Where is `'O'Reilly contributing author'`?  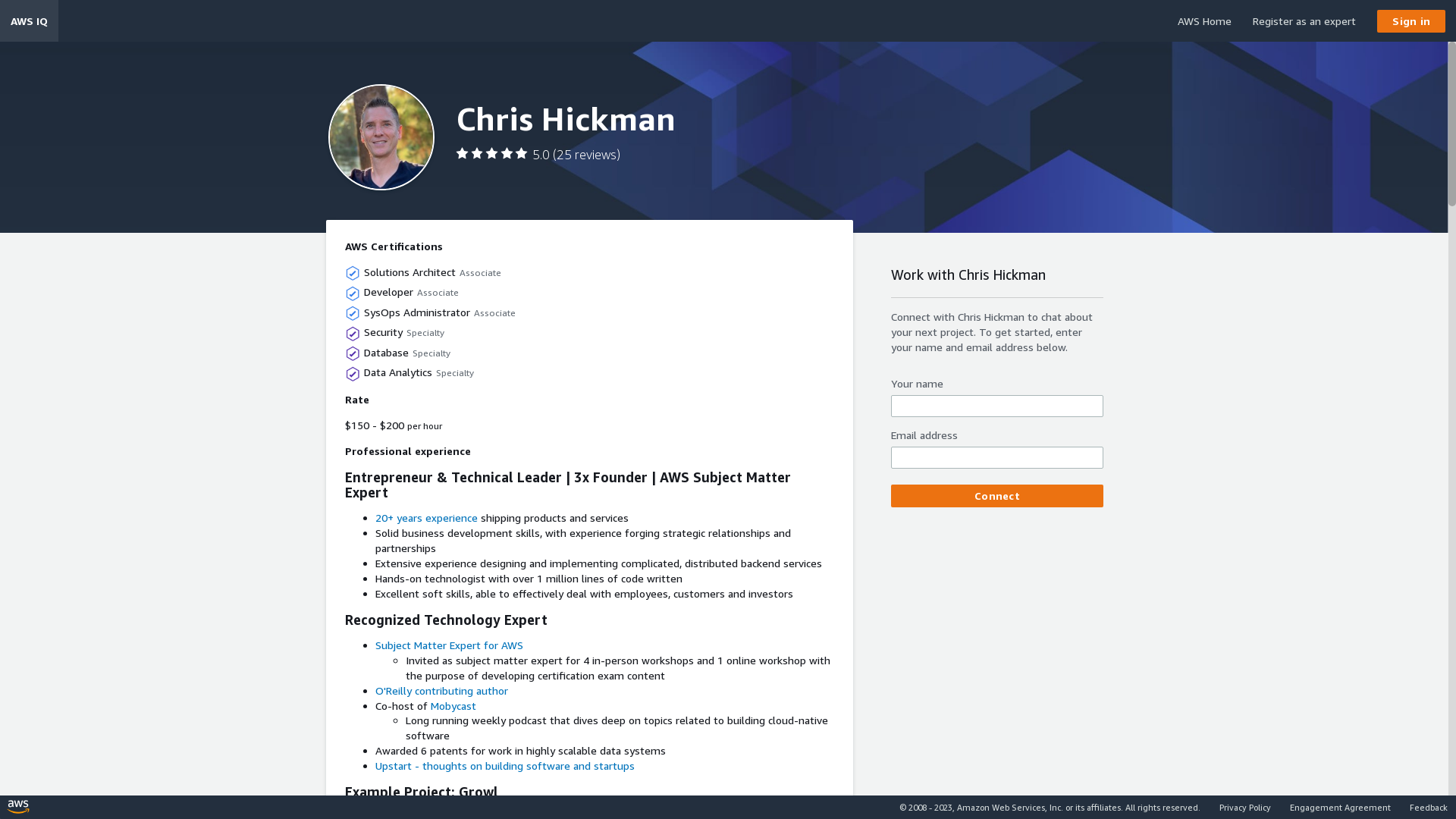
'O'Reilly contributing author' is located at coordinates (441, 690).